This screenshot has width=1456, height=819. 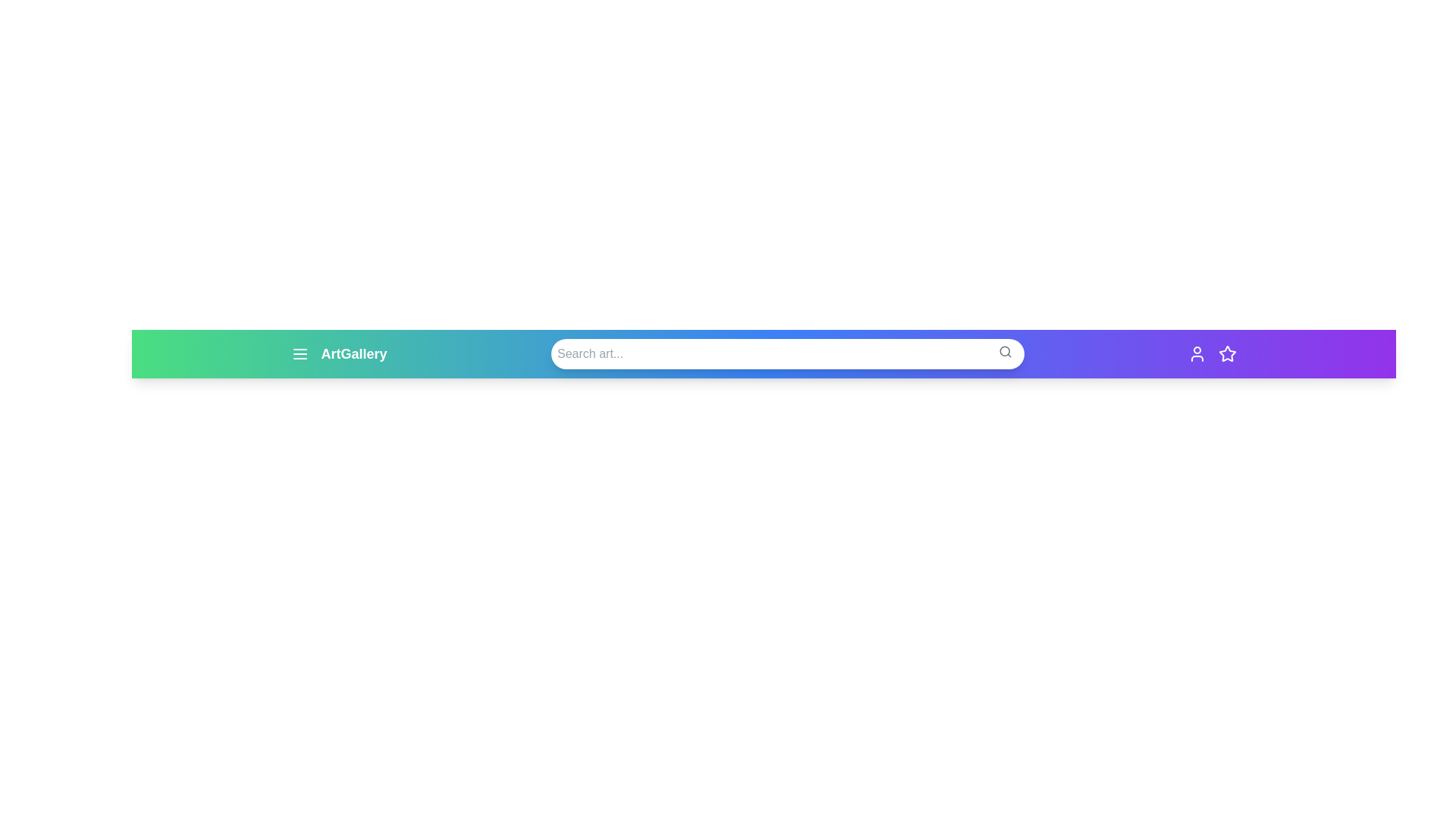 What do you see at coordinates (1197, 353) in the screenshot?
I see `the user profile icon` at bounding box center [1197, 353].